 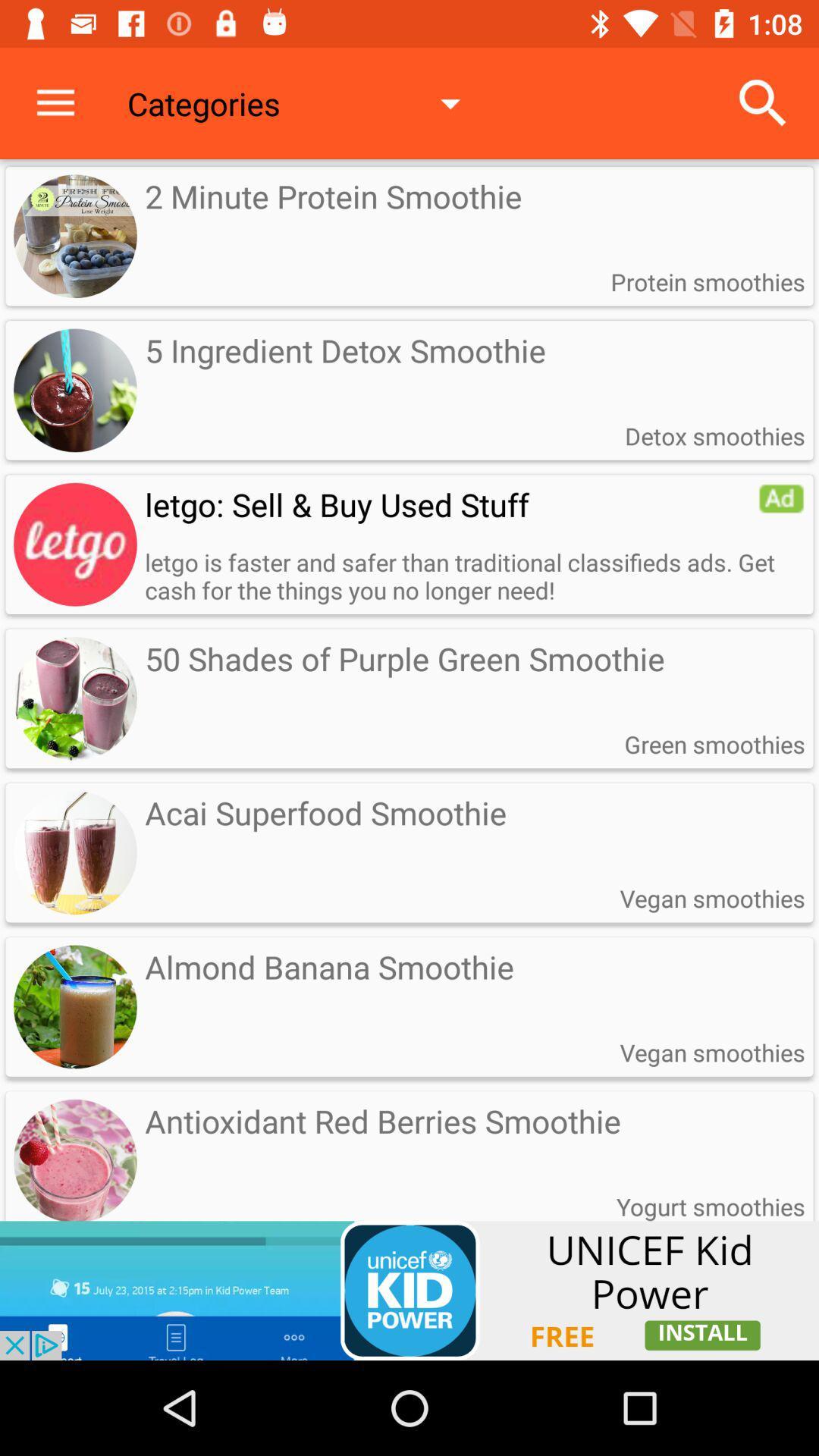 What do you see at coordinates (409, 1290) in the screenshot?
I see `link to install an app` at bounding box center [409, 1290].